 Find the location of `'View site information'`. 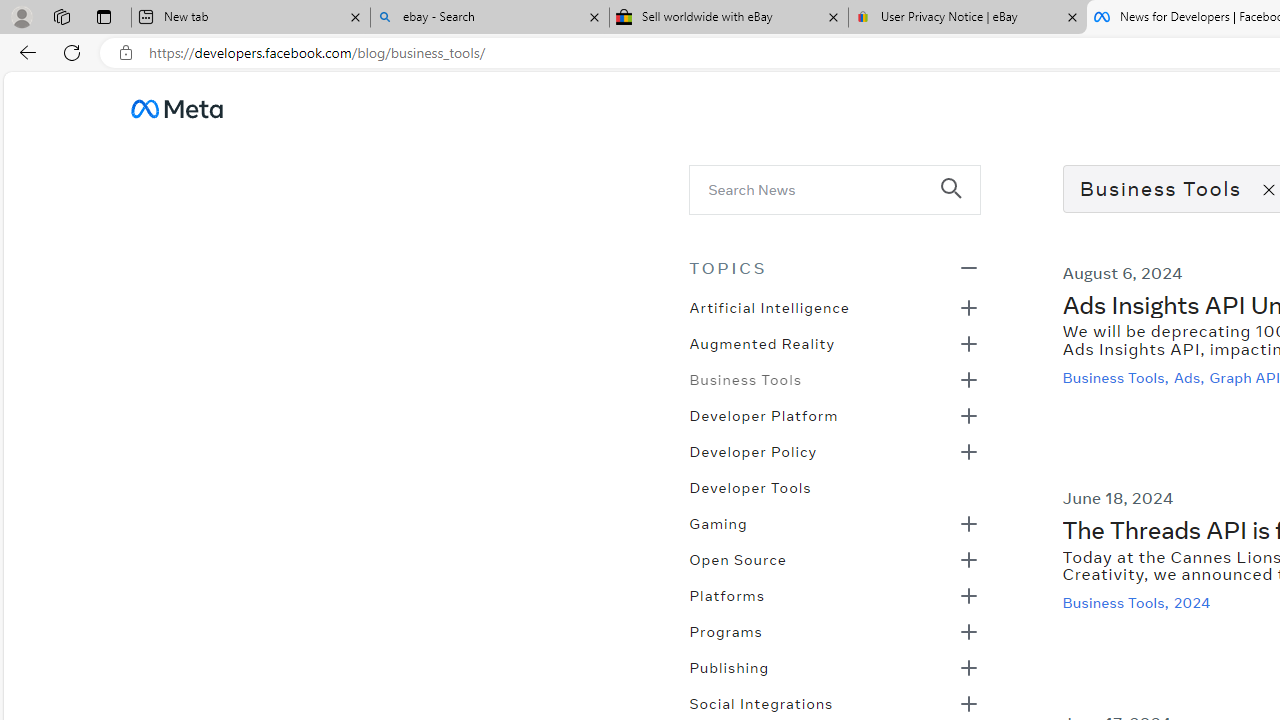

'View site information' is located at coordinates (125, 52).